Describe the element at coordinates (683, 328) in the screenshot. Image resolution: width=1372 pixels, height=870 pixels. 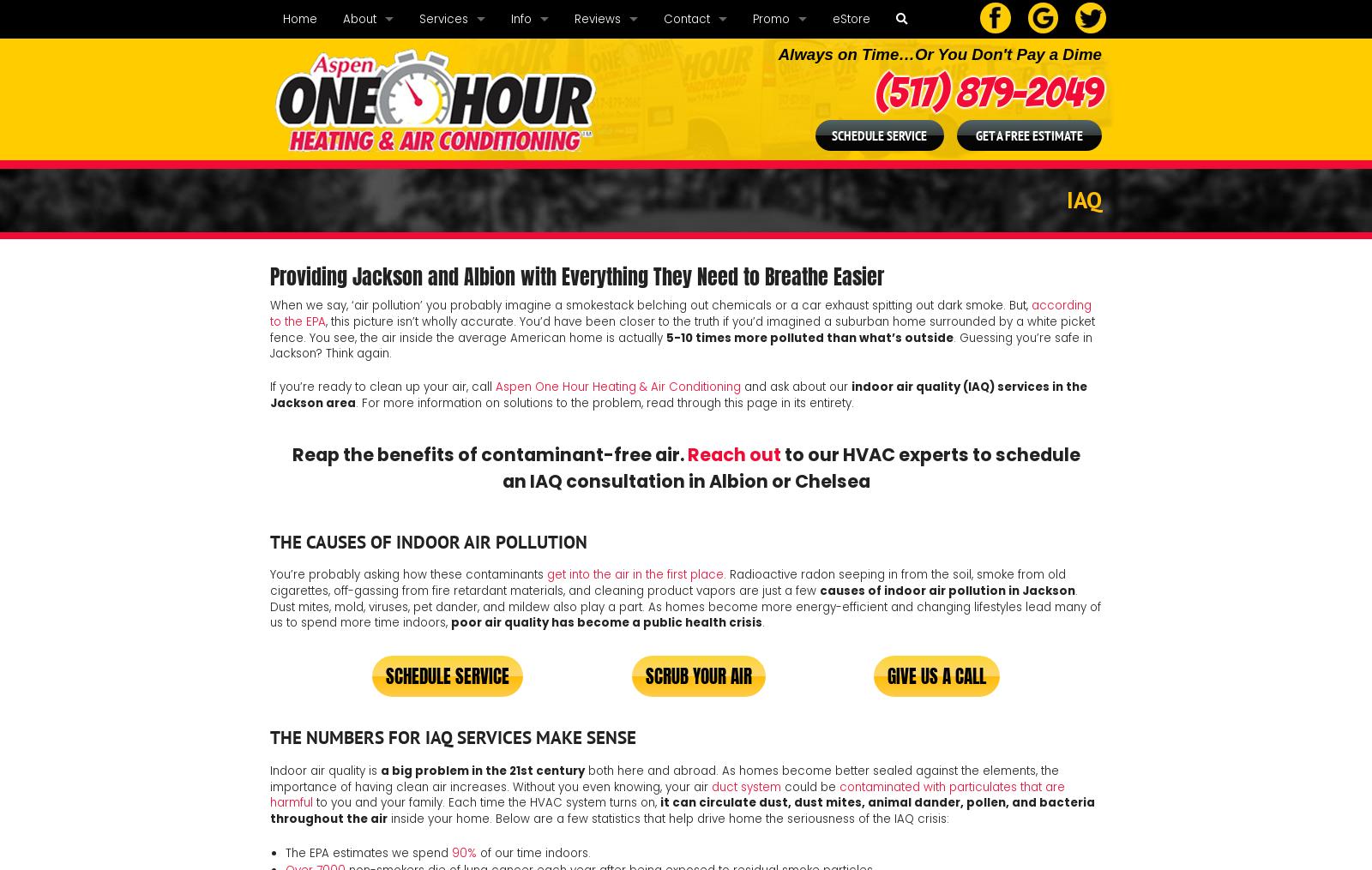
I see `', this picture isn’t wholly accurate. You’d have been closer to the truth if you’d imagined a suburban home surrounded by a white picket fence. You see, the air inside the average American home is actually'` at that location.